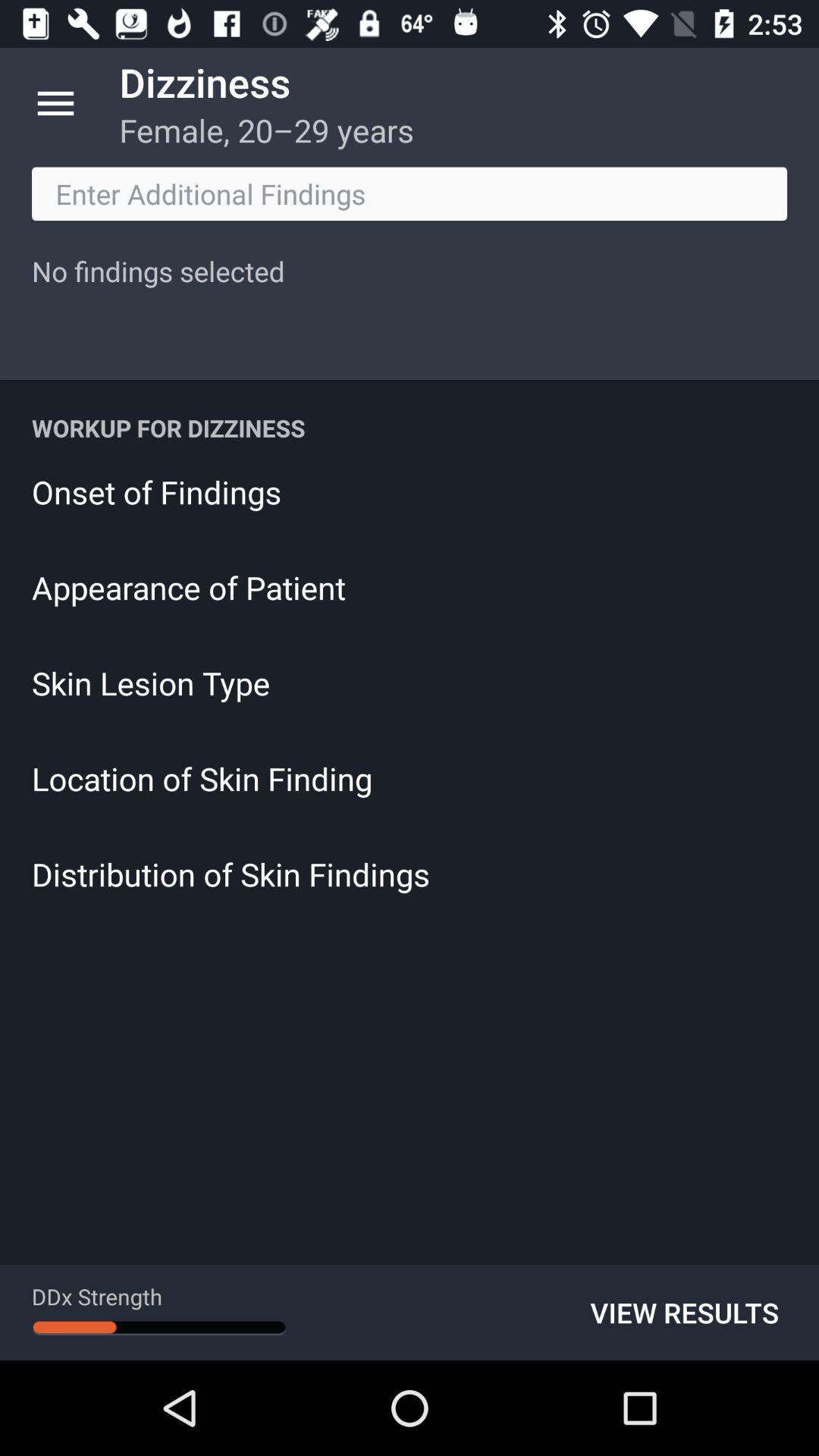 The height and width of the screenshot is (1456, 819). What do you see at coordinates (55, 102) in the screenshot?
I see `item to the left of dizziness item` at bounding box center [55, 102].